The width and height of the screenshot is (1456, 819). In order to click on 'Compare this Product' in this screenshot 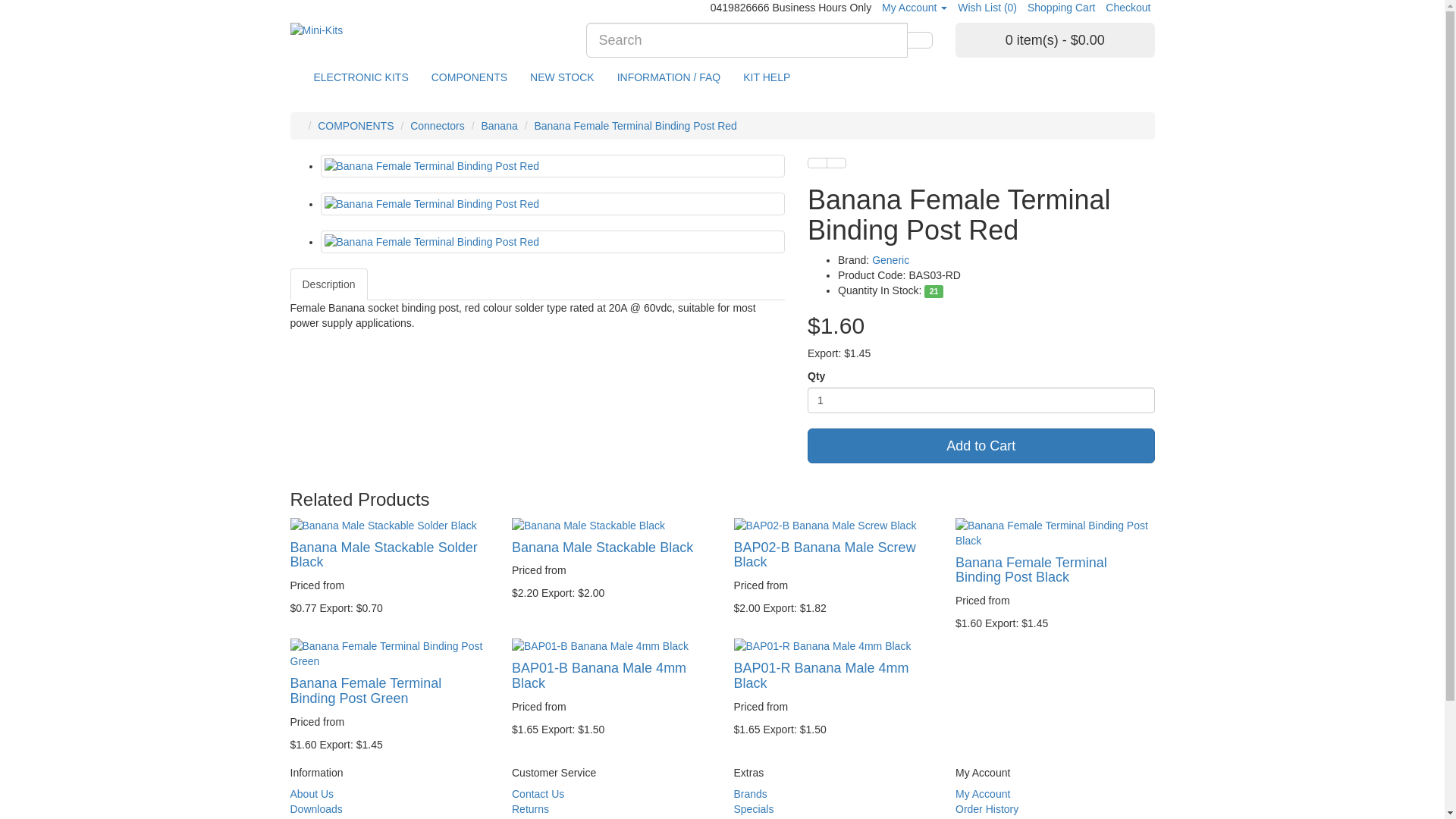, I will do `click(825, 163)`.